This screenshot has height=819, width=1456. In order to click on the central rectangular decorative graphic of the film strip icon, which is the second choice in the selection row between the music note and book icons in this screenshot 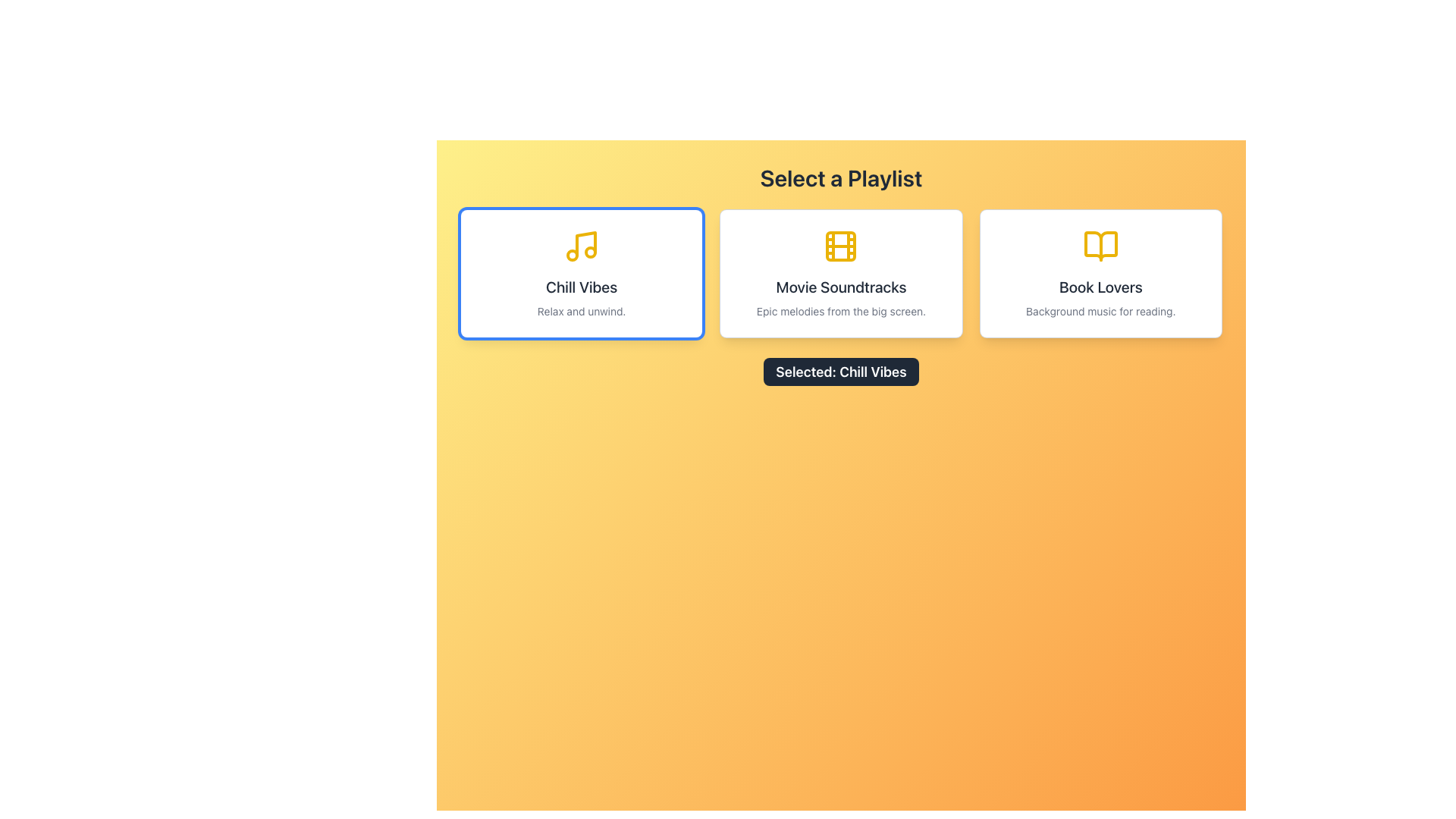, I will do `click(840, 245)`.